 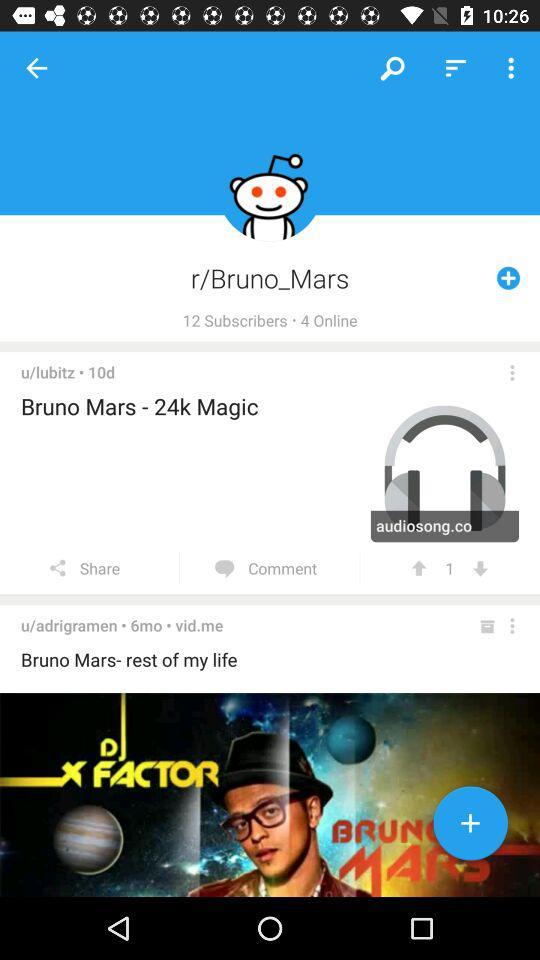 I want to click on menu, so click(x=512, y=625).